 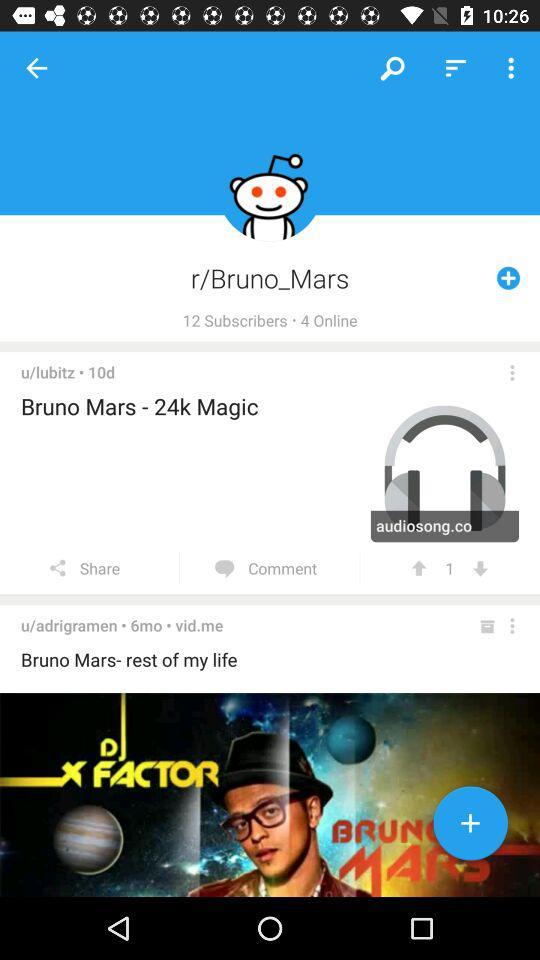 I want to click on menu, so click(x=512, y=625).